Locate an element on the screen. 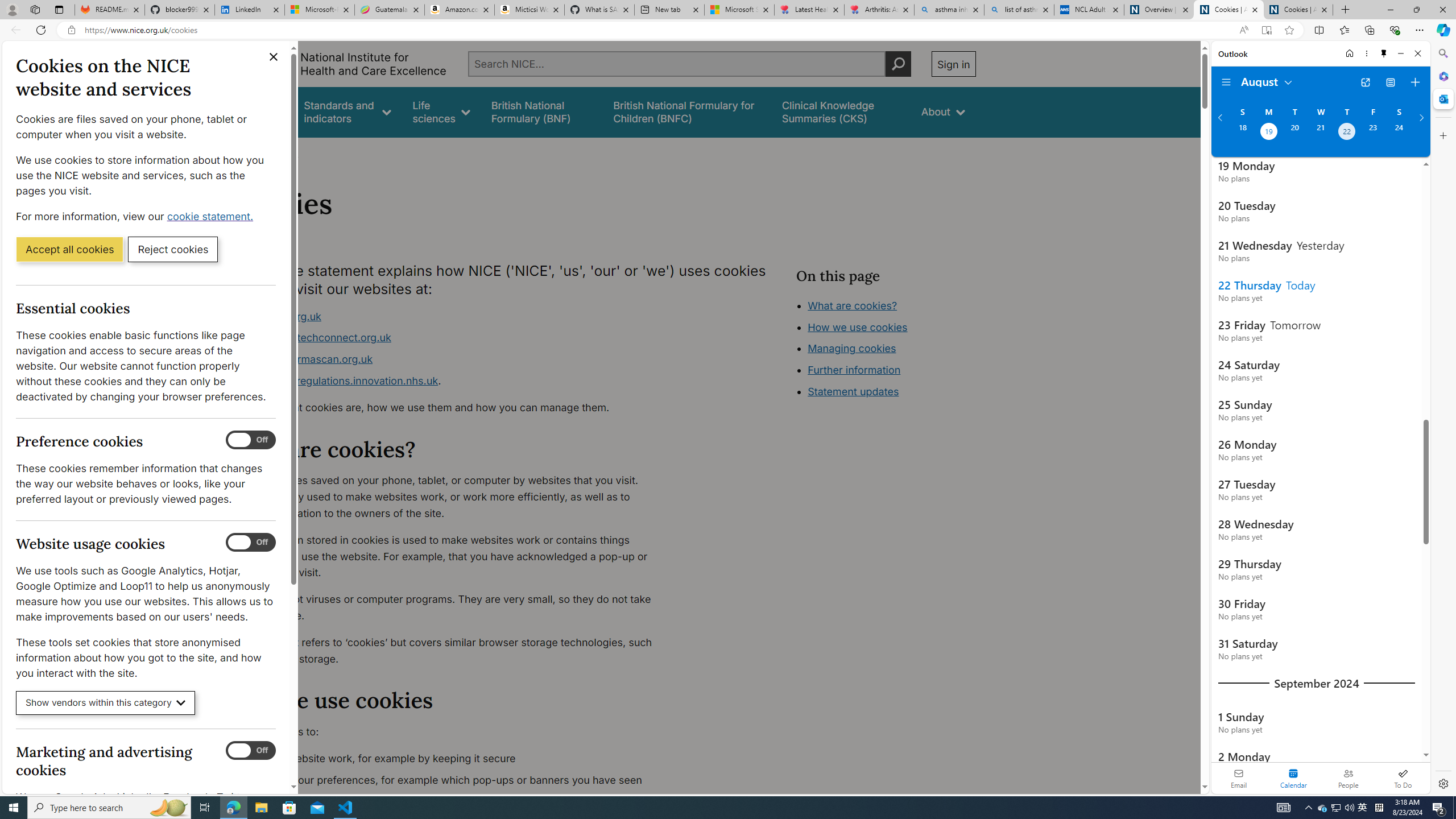  'www.ukpharmascan.org.uk' is located at coordinates (305, 359).